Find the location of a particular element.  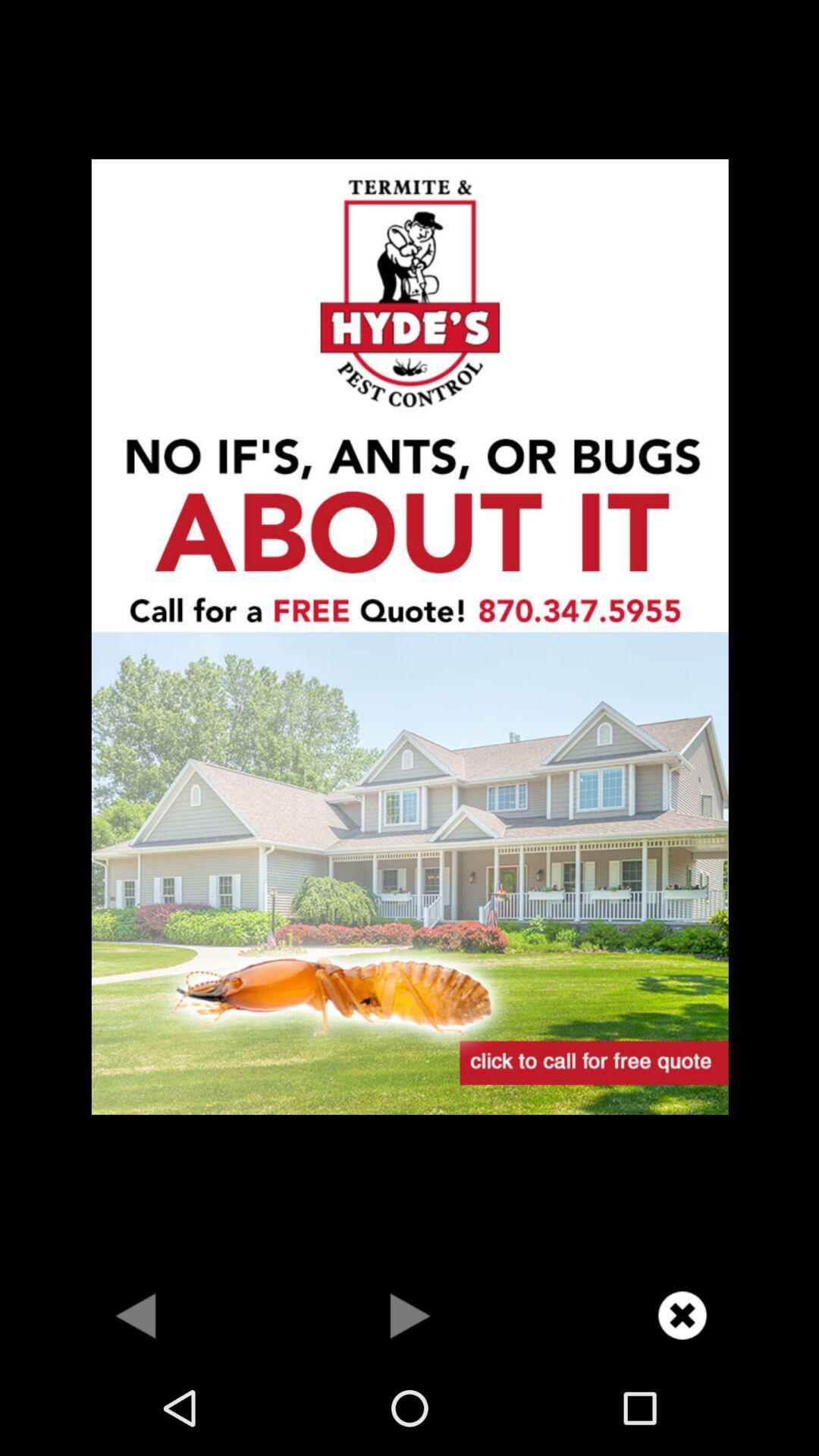

close is located at coordinates (681, 1314).